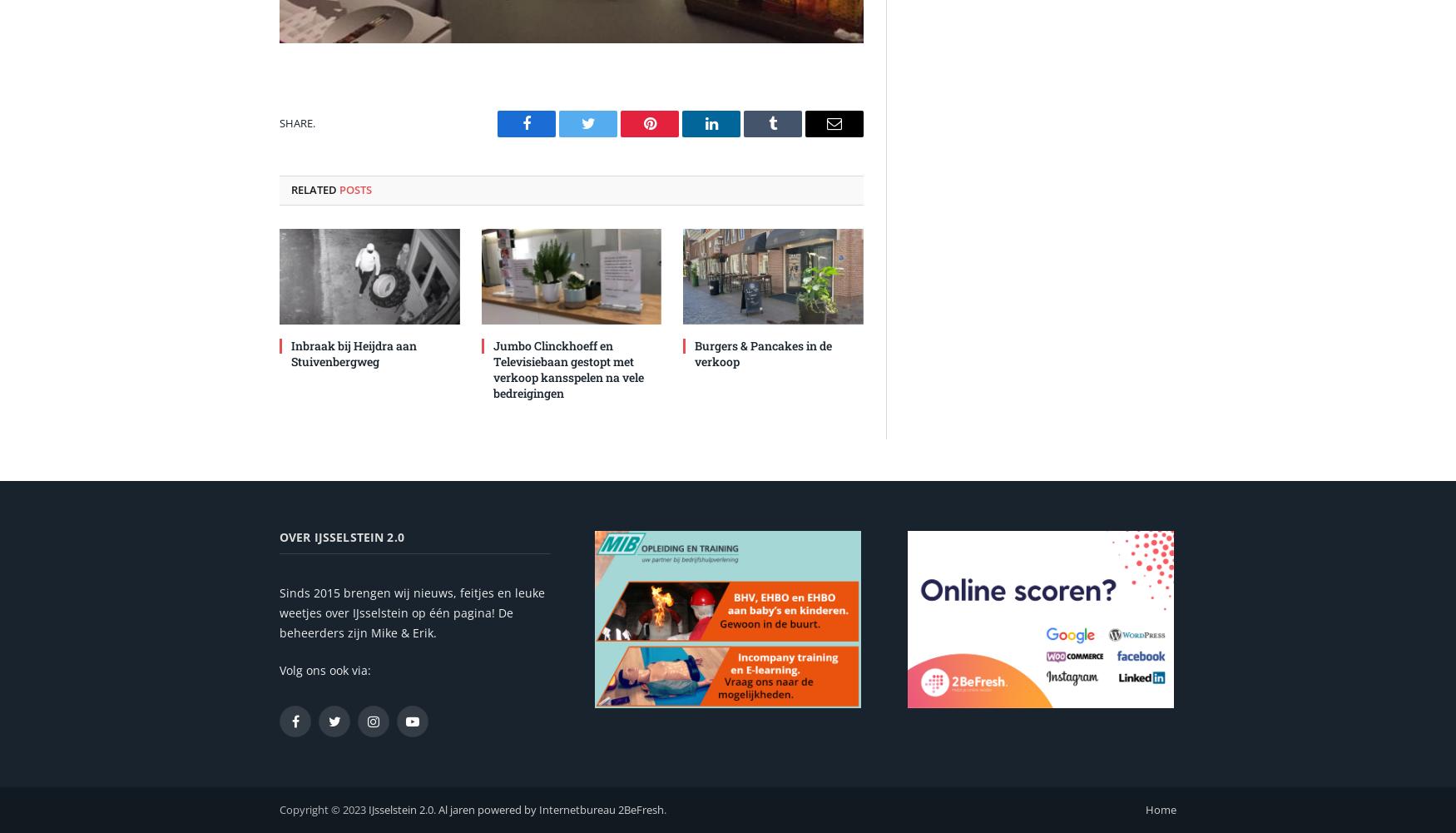 The image size is (1456, 833). I want to click on 'Posts', so click(354, 188).